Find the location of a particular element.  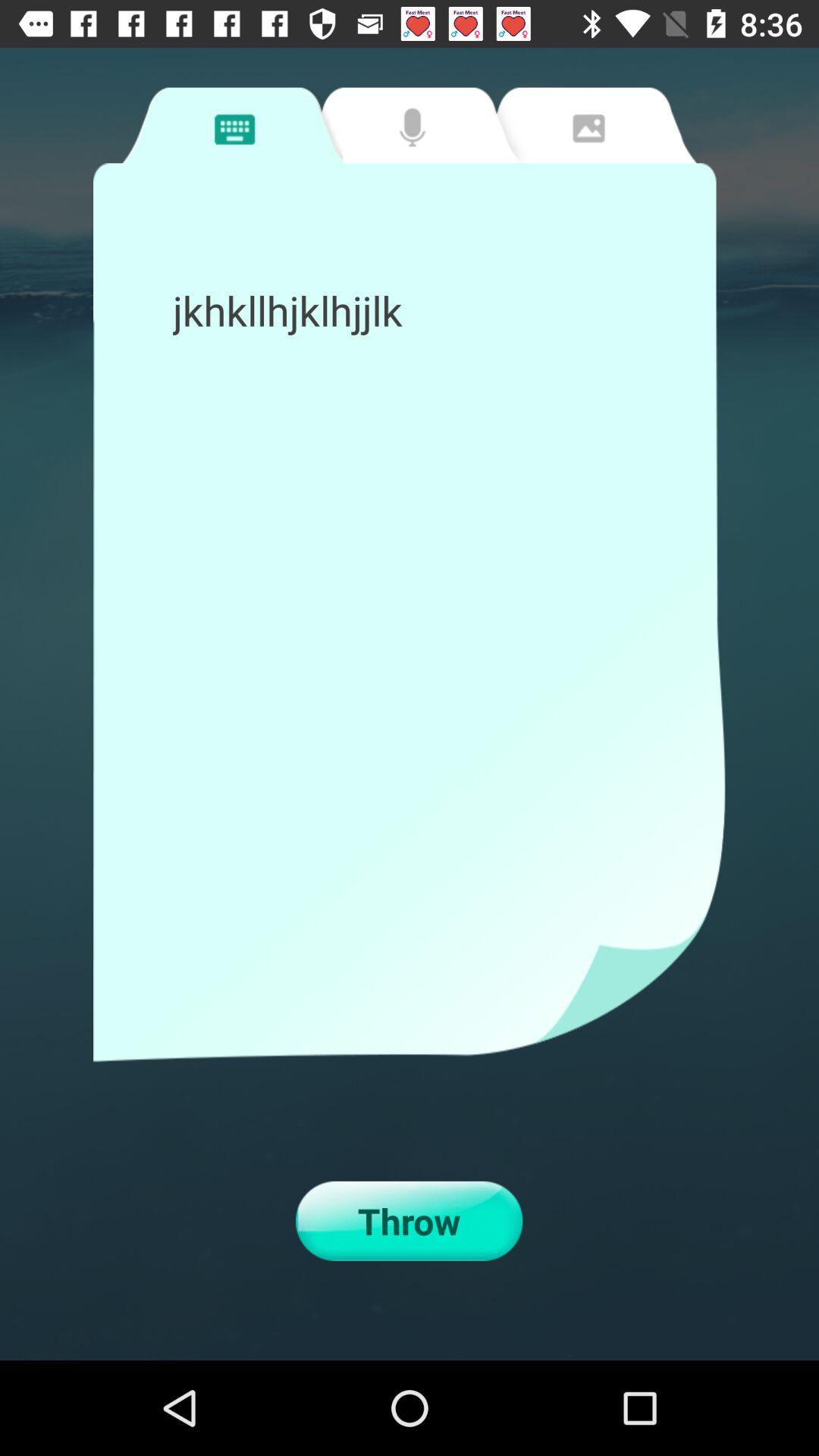

microphone tab is located at coordinates (407, 125).